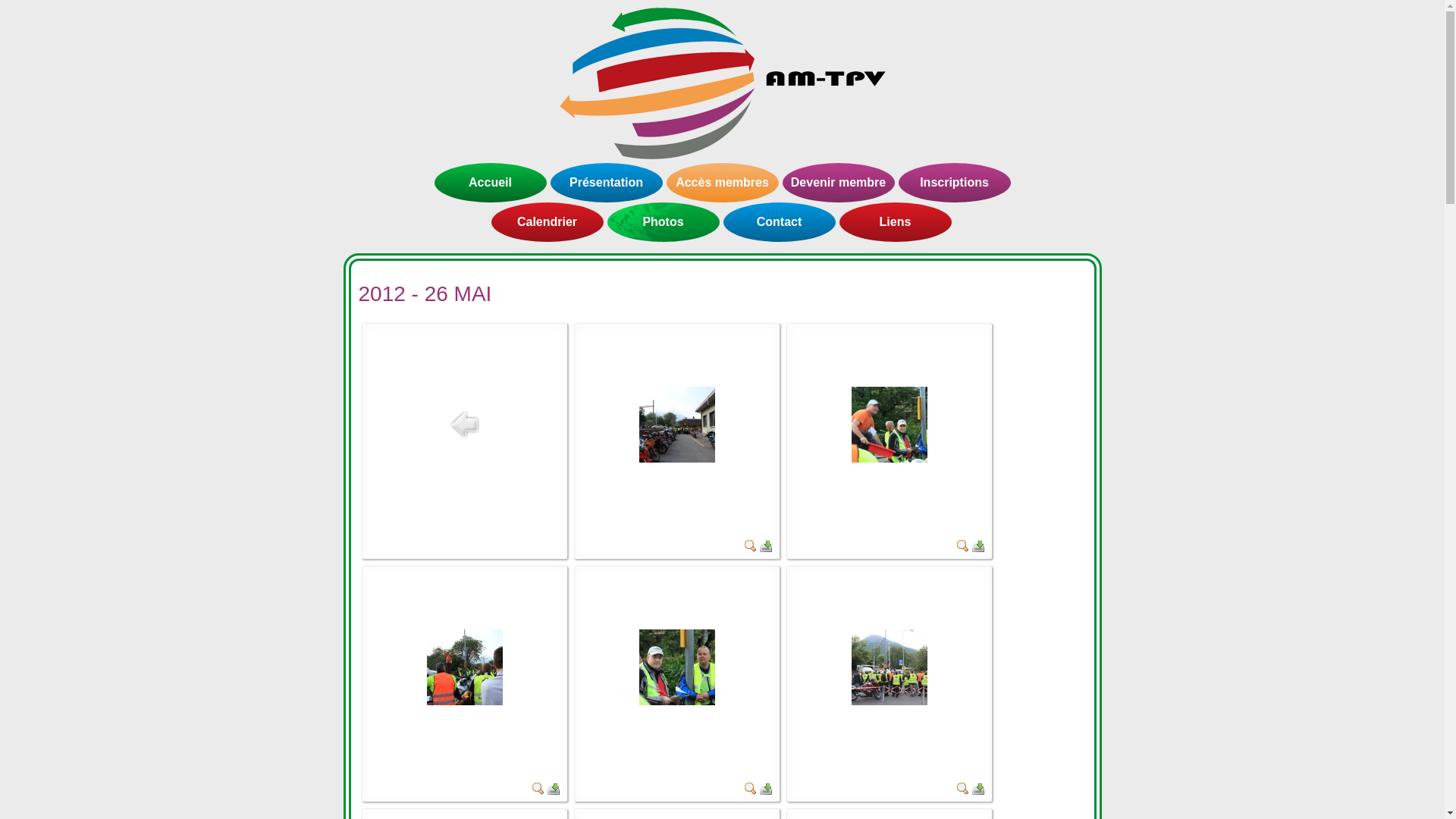  Describe the element at coordinates (837, 181) in the screenshot. I see `'Devenir membre'` at that location.